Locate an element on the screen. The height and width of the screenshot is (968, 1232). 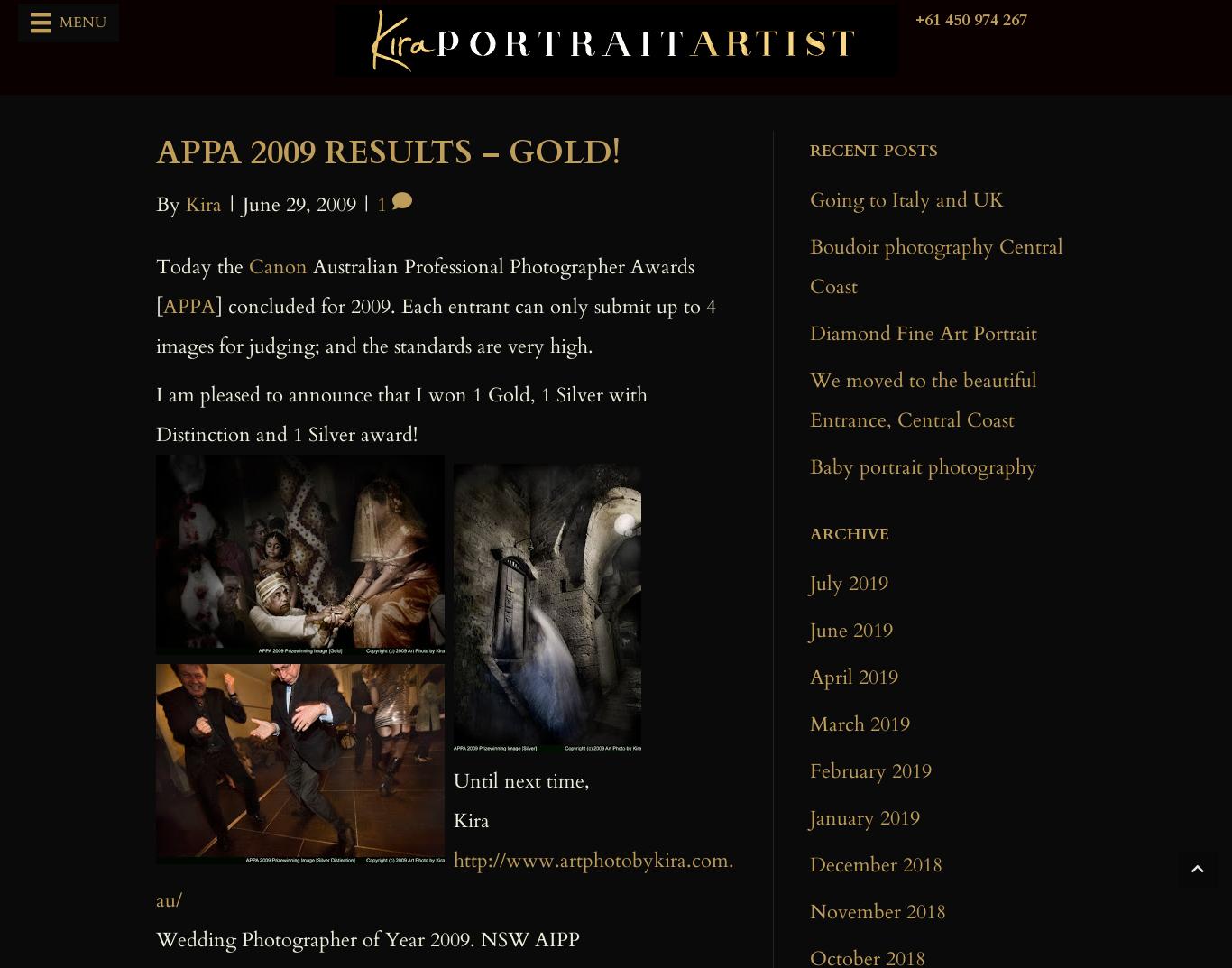
'Going to Italy and UK' is located at coordinates (809, 200).